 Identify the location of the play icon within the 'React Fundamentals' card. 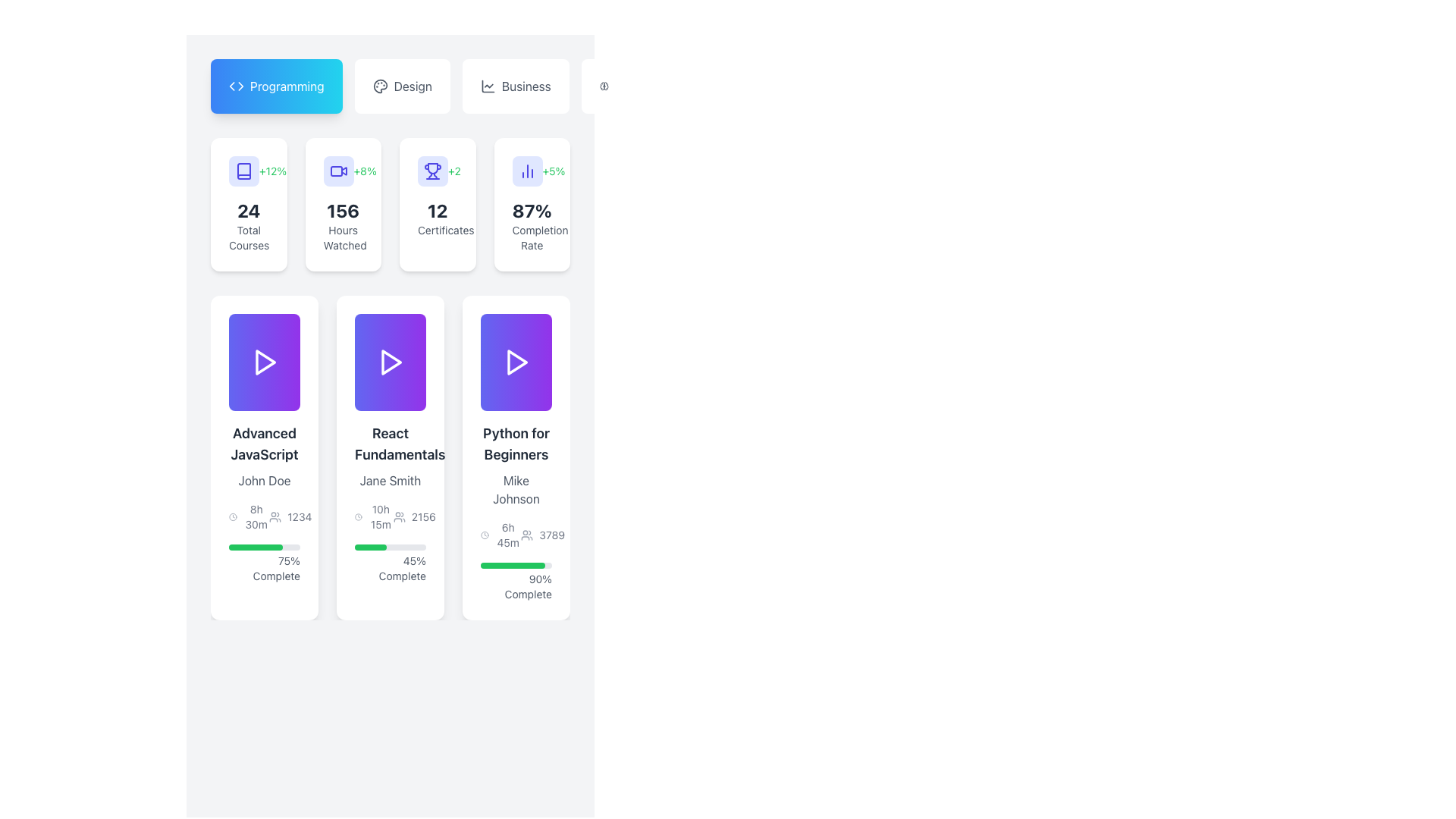
(391, 362).